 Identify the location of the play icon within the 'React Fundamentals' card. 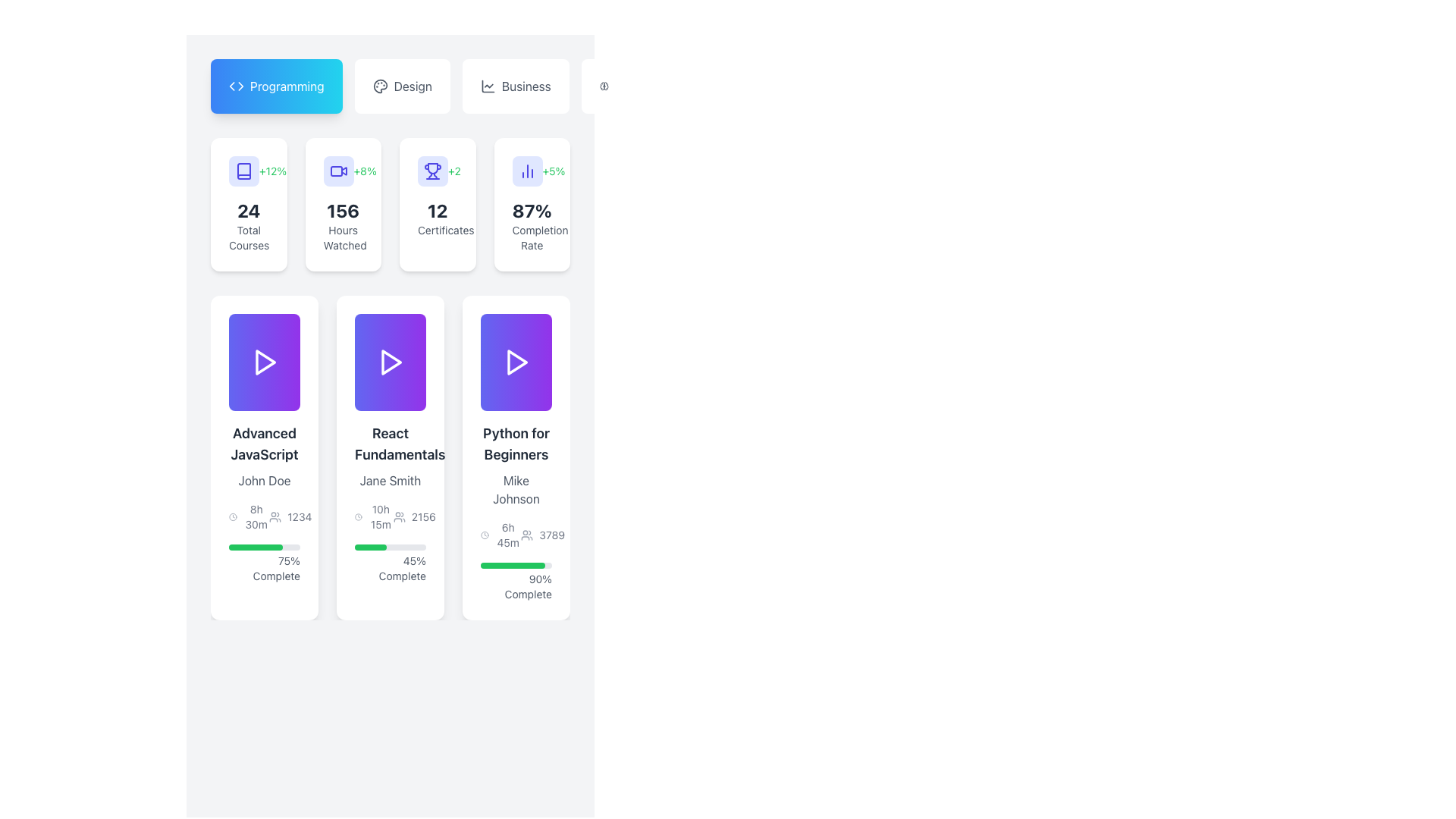
(391, 362).